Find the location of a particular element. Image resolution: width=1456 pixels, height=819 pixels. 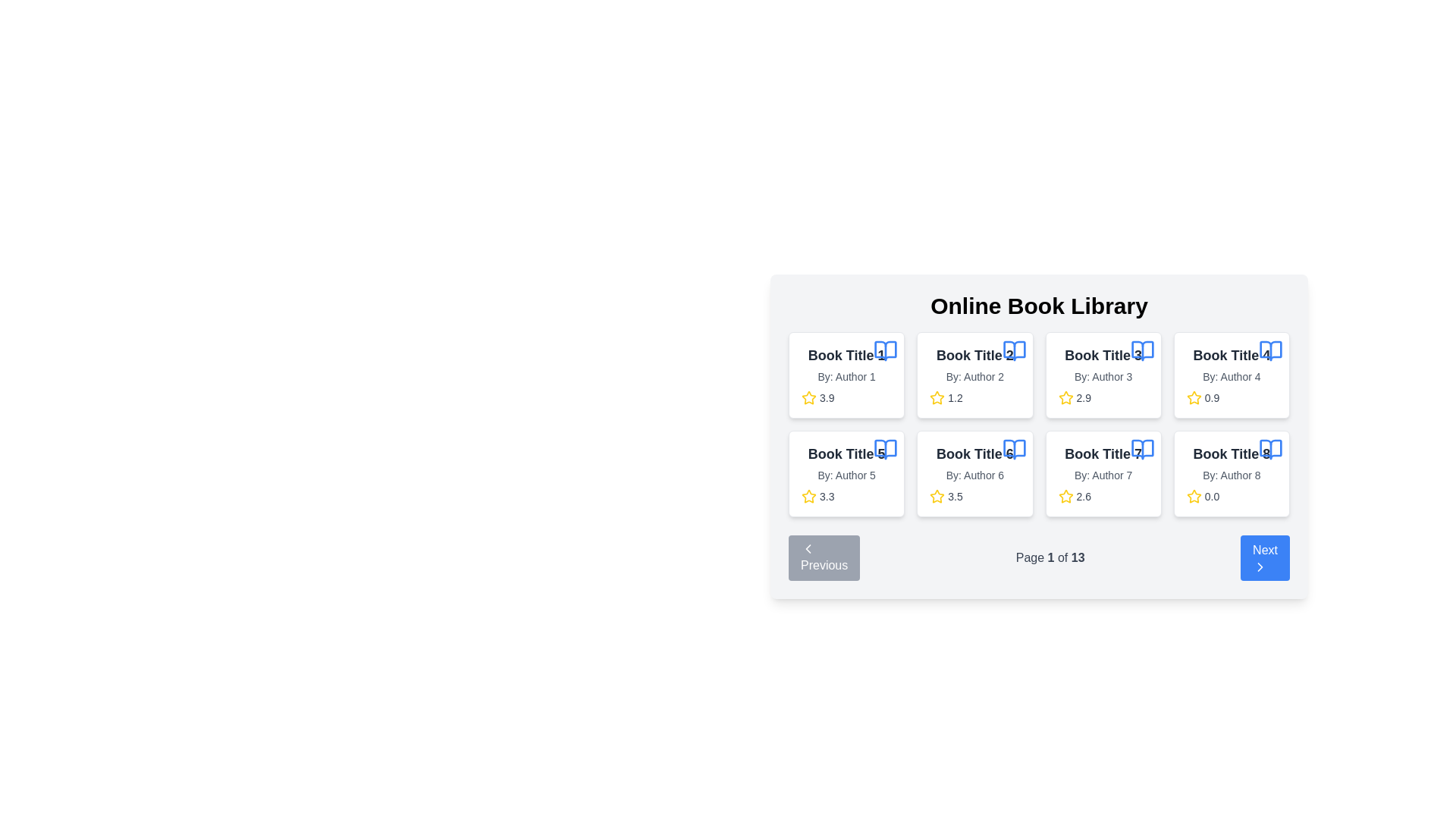

the text display showing the value '3.5' in gray font, which is located in the sixth book card of the second row, positioned beside a yellow star rating icon is located at coordinates (954, 497).